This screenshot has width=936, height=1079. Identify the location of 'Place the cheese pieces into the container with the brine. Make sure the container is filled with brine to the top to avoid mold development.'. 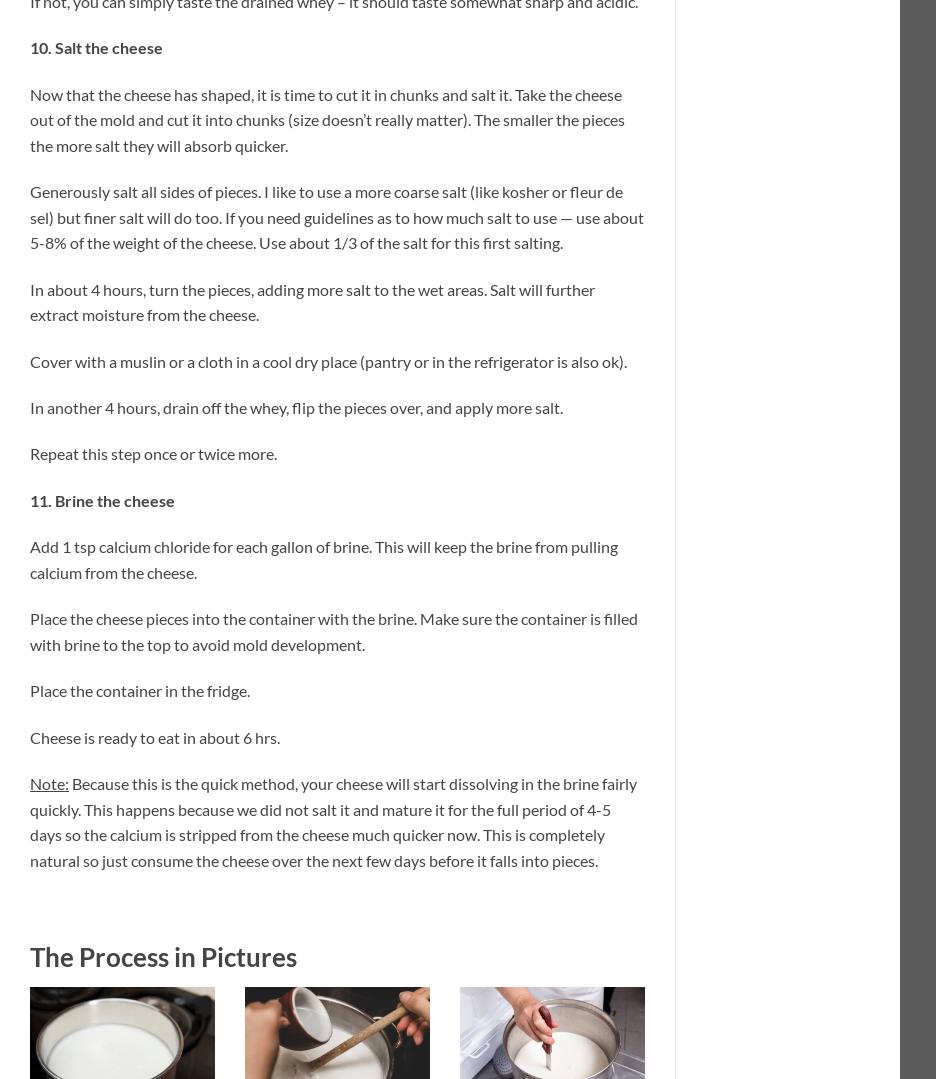
(29, 629).